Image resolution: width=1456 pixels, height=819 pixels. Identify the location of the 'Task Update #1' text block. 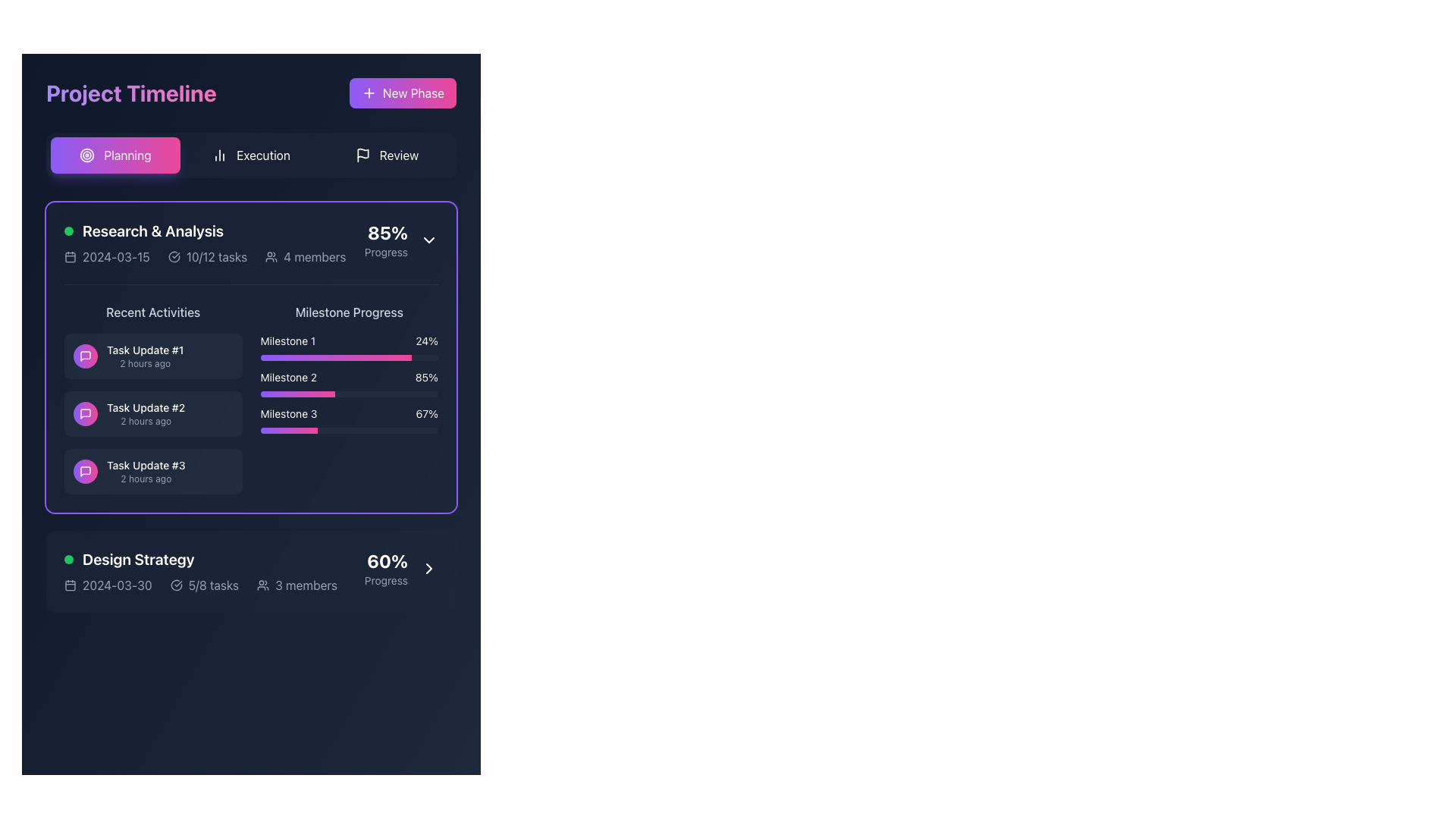
(145, 356).